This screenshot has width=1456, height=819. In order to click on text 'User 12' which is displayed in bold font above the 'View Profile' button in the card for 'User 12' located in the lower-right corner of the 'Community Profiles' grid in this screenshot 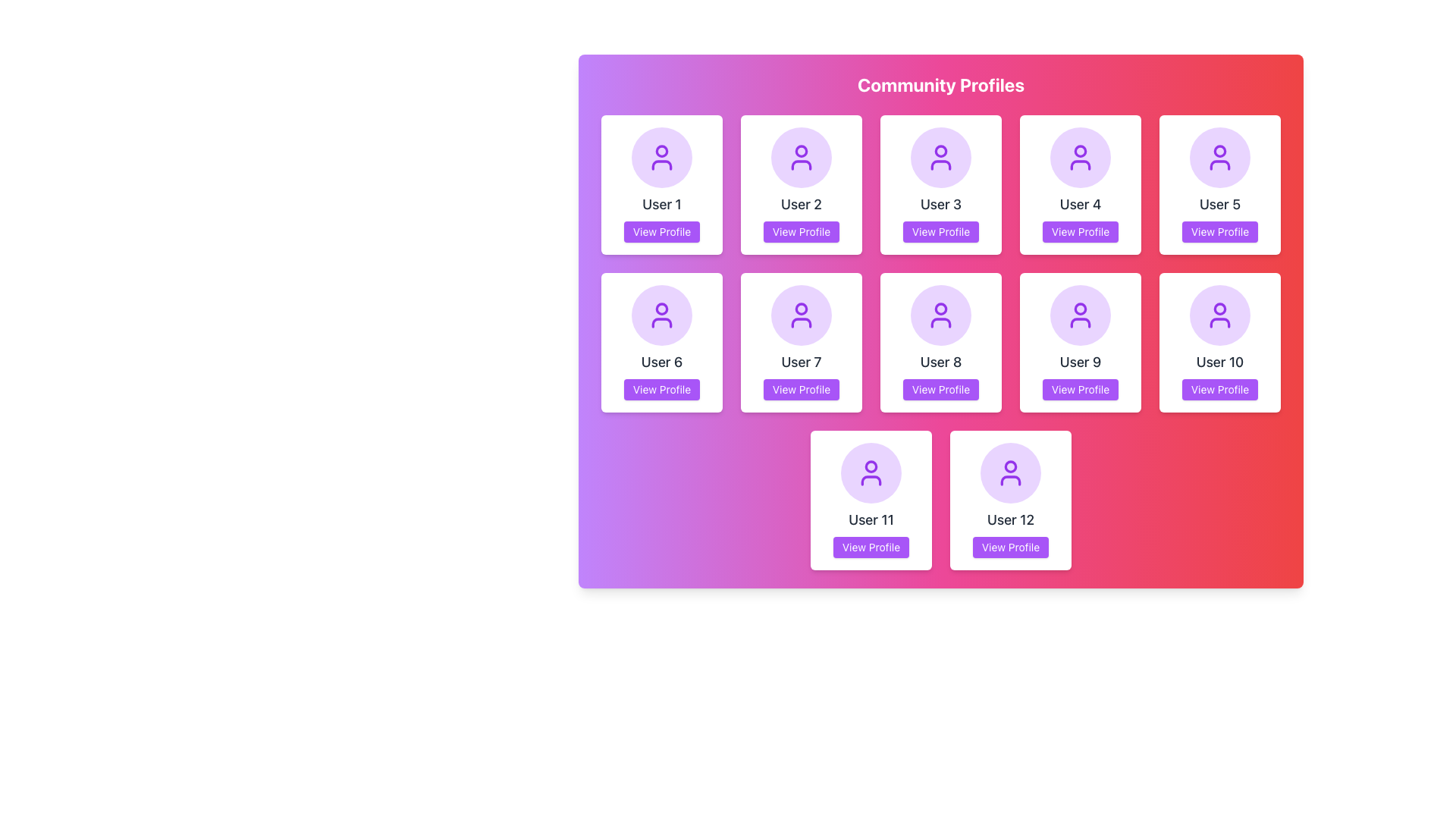, I will do `click(1011, 519)`.